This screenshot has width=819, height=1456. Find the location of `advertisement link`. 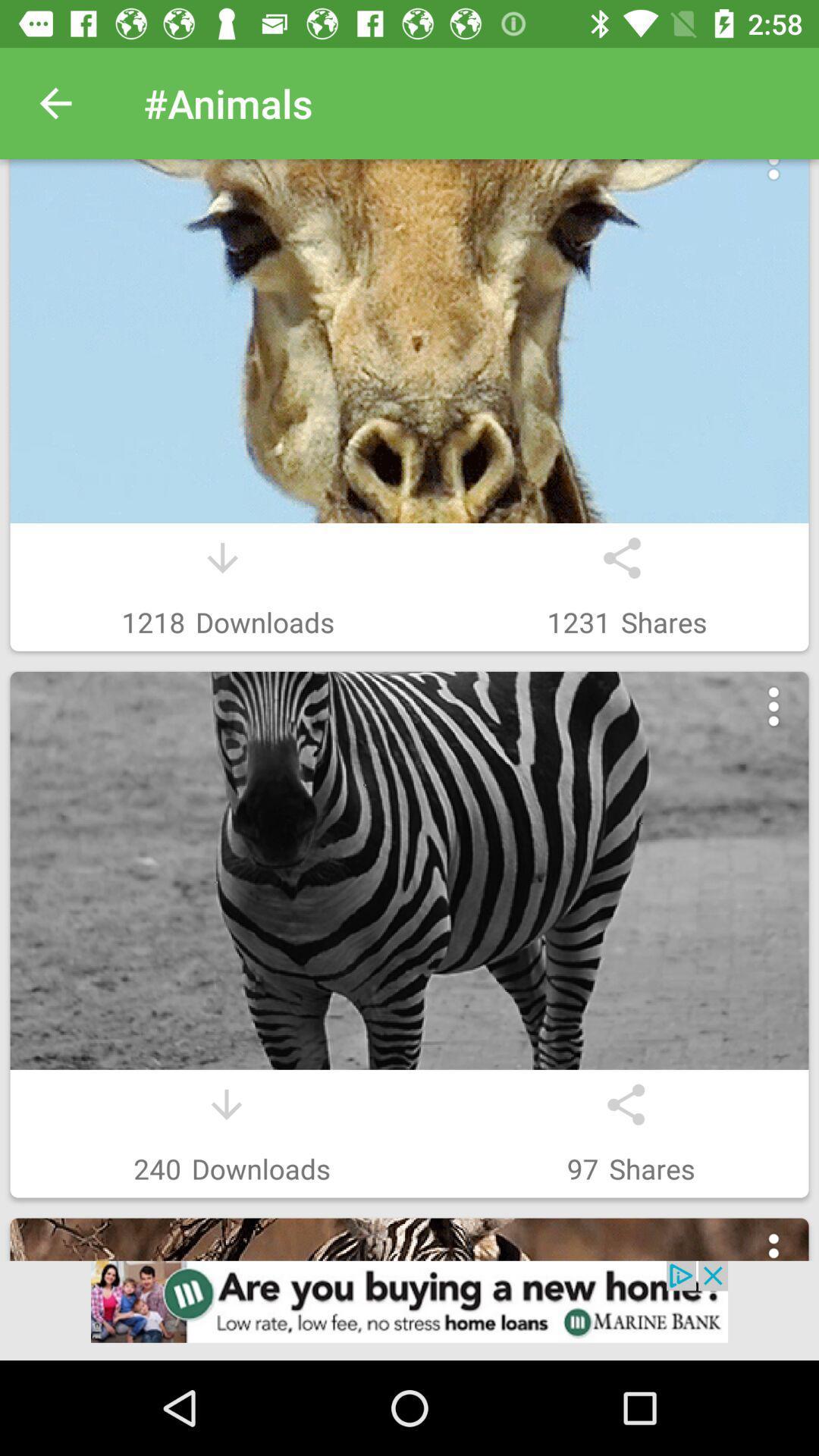

advertisement link is located at coordinates (409, 1310).